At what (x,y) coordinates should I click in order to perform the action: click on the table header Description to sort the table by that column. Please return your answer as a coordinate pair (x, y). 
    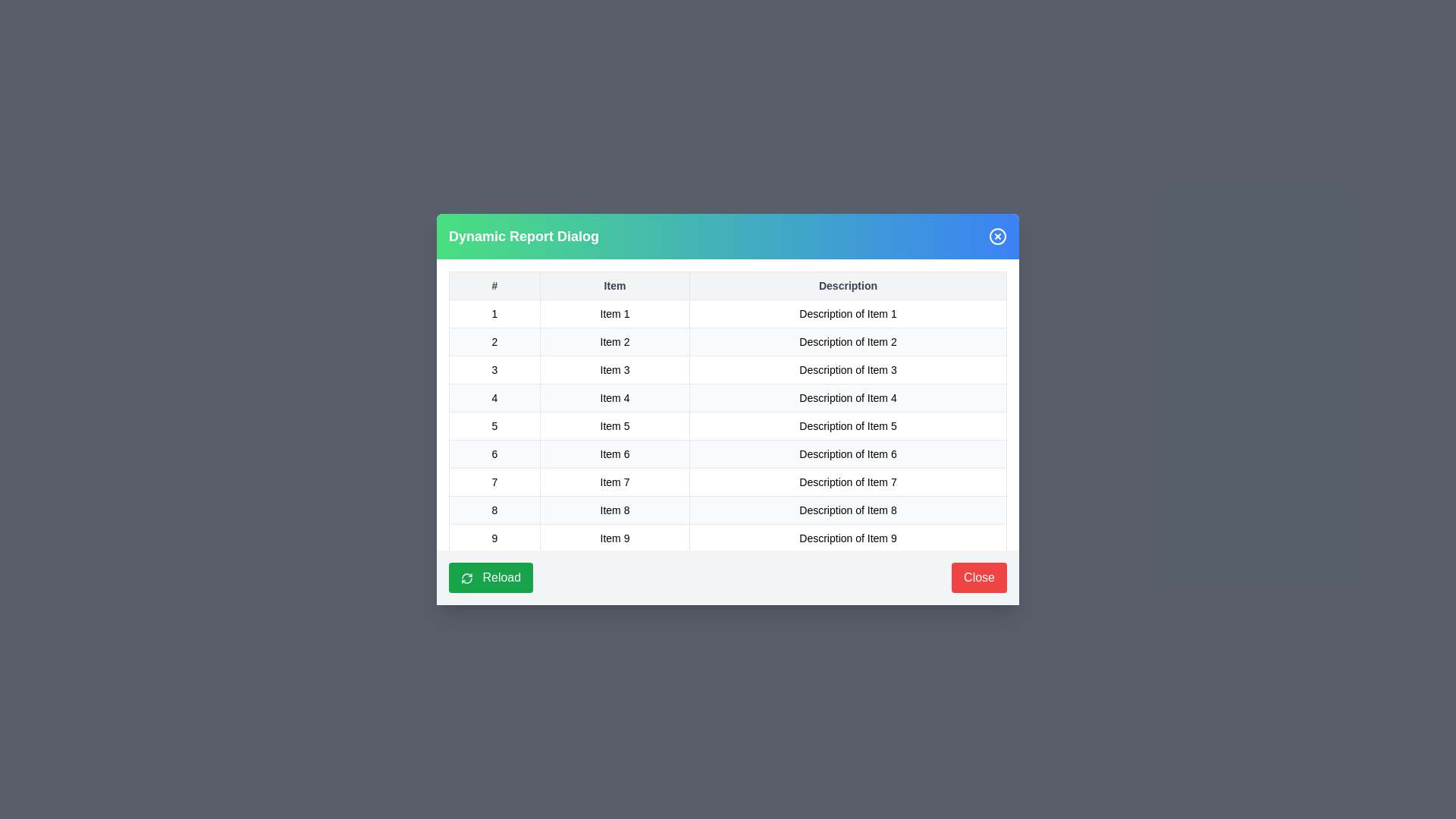
    Looking at the image, I should click on (847, 286).